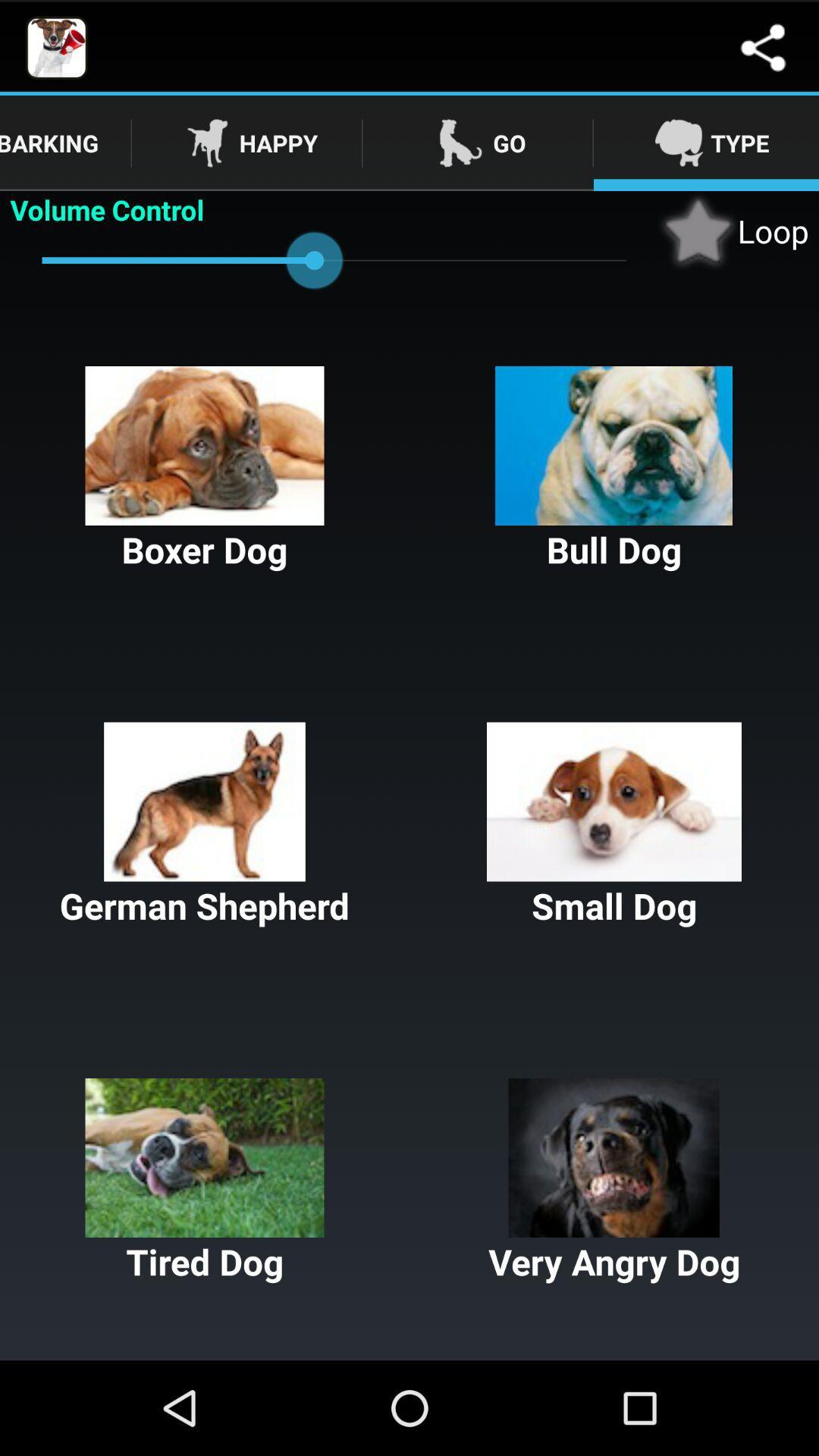 This screenshot has width=819, height=1456. I want to click on move to go tab which beside the happy tab, so click(478, 143).